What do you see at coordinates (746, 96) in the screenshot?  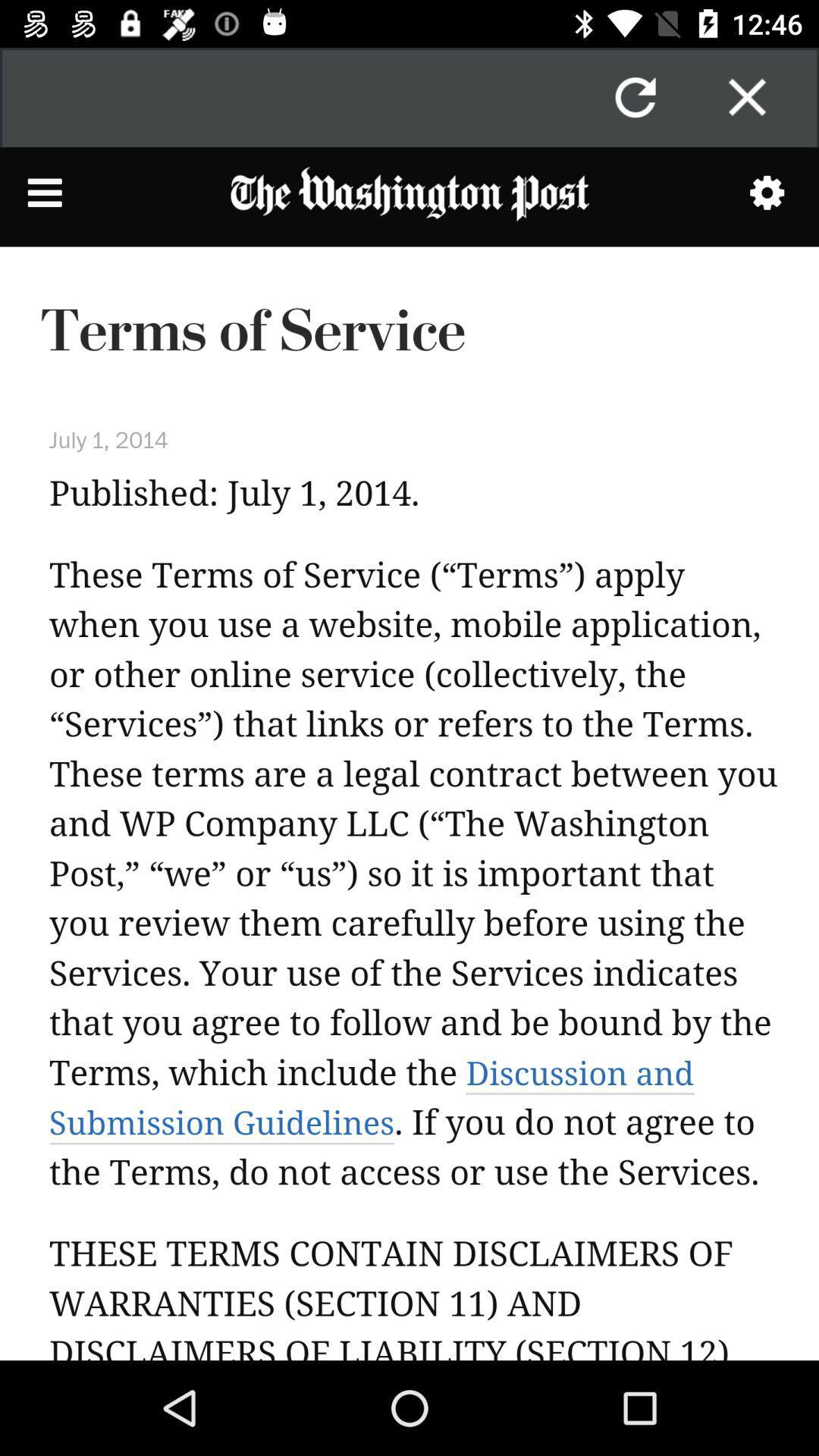 I see `option close` at bounding box center [746, 96].